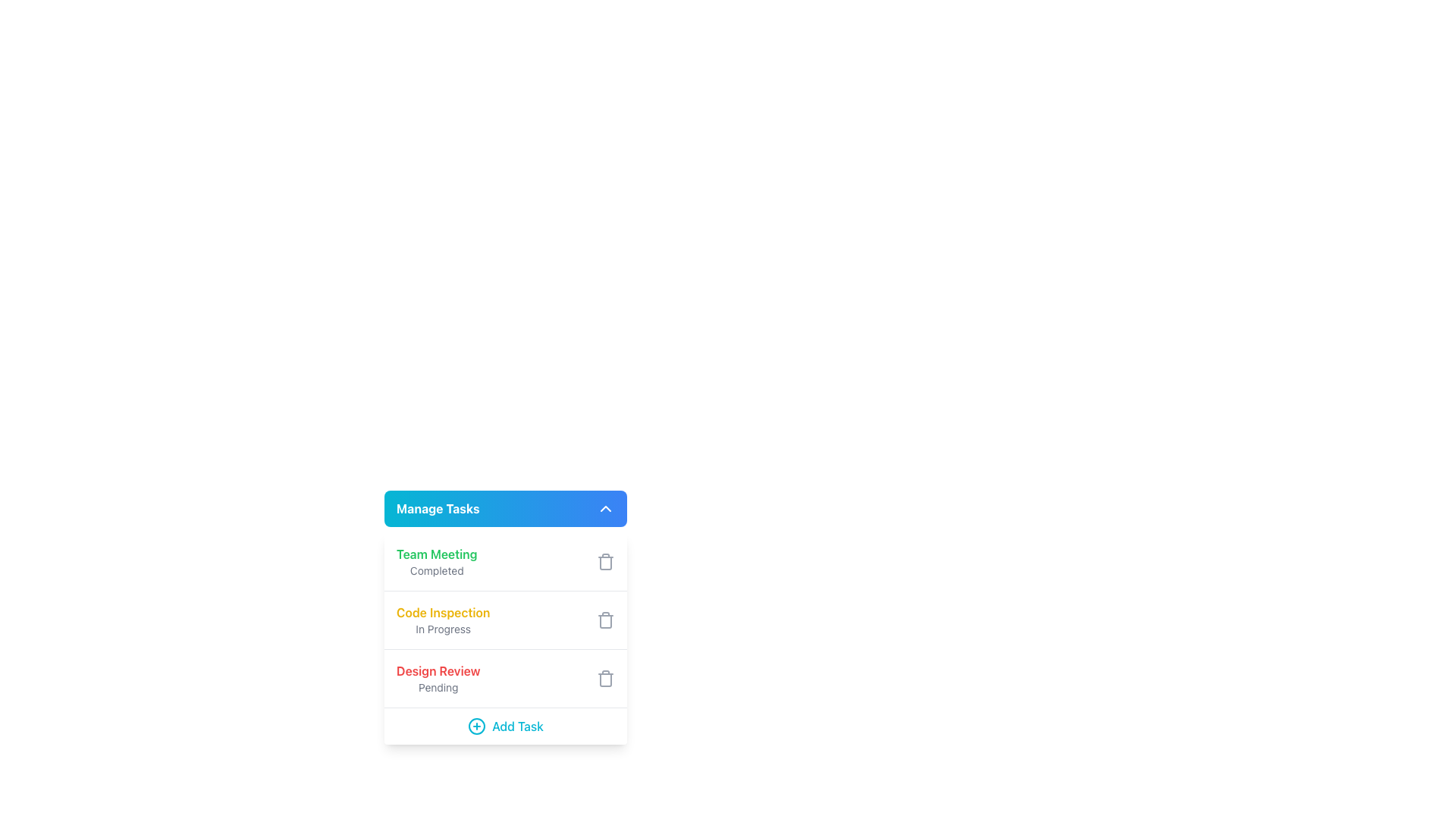 This screenshot has height=819, width=1456. I want to click on the 'Code Inspection' task entry, which has a bold yellow title and a gray subtext indicating its status as 'In Progress', so click(506, 620).